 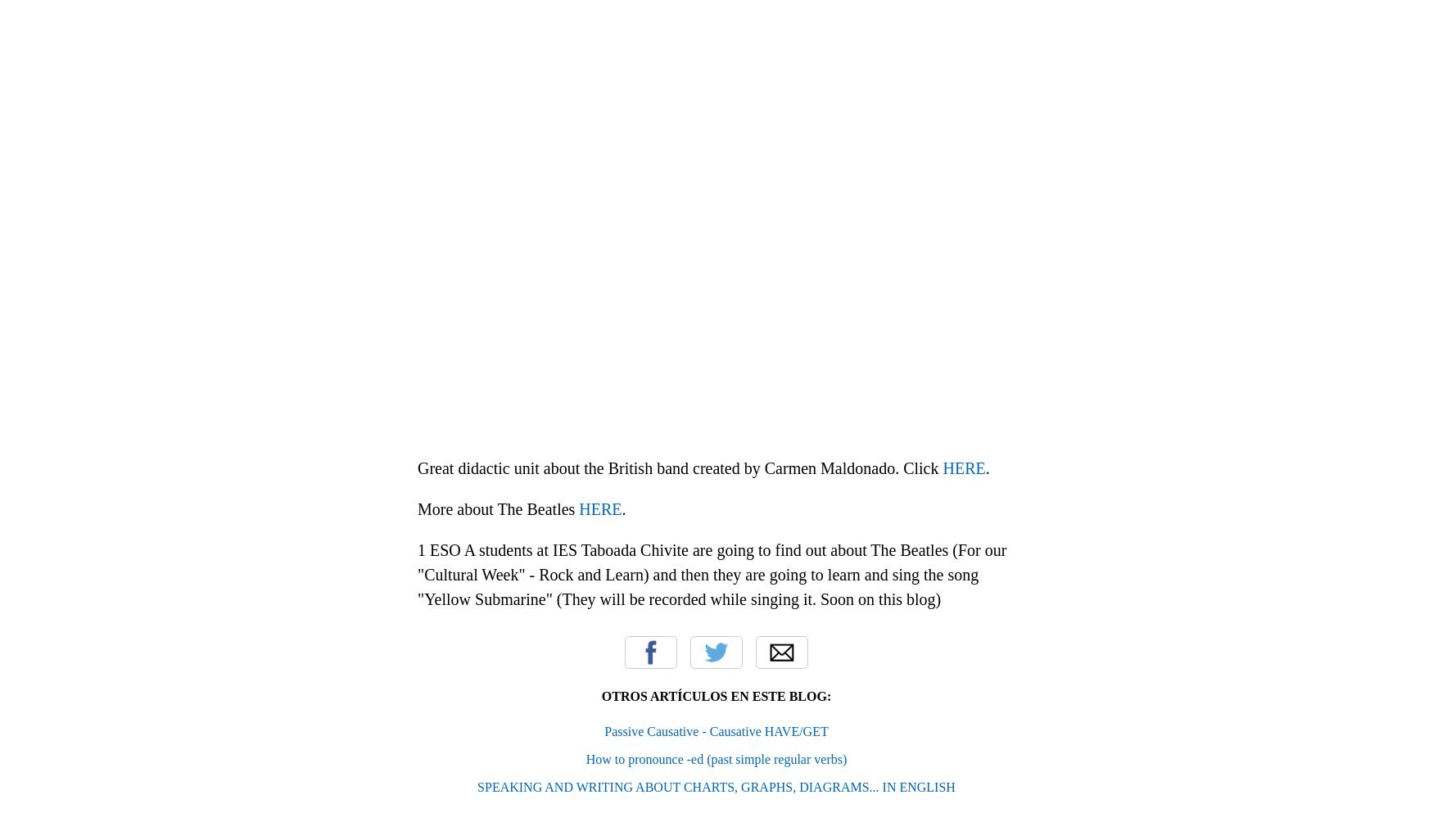 I want to click on 'More about The Beatles', so click(x=498, y=508).